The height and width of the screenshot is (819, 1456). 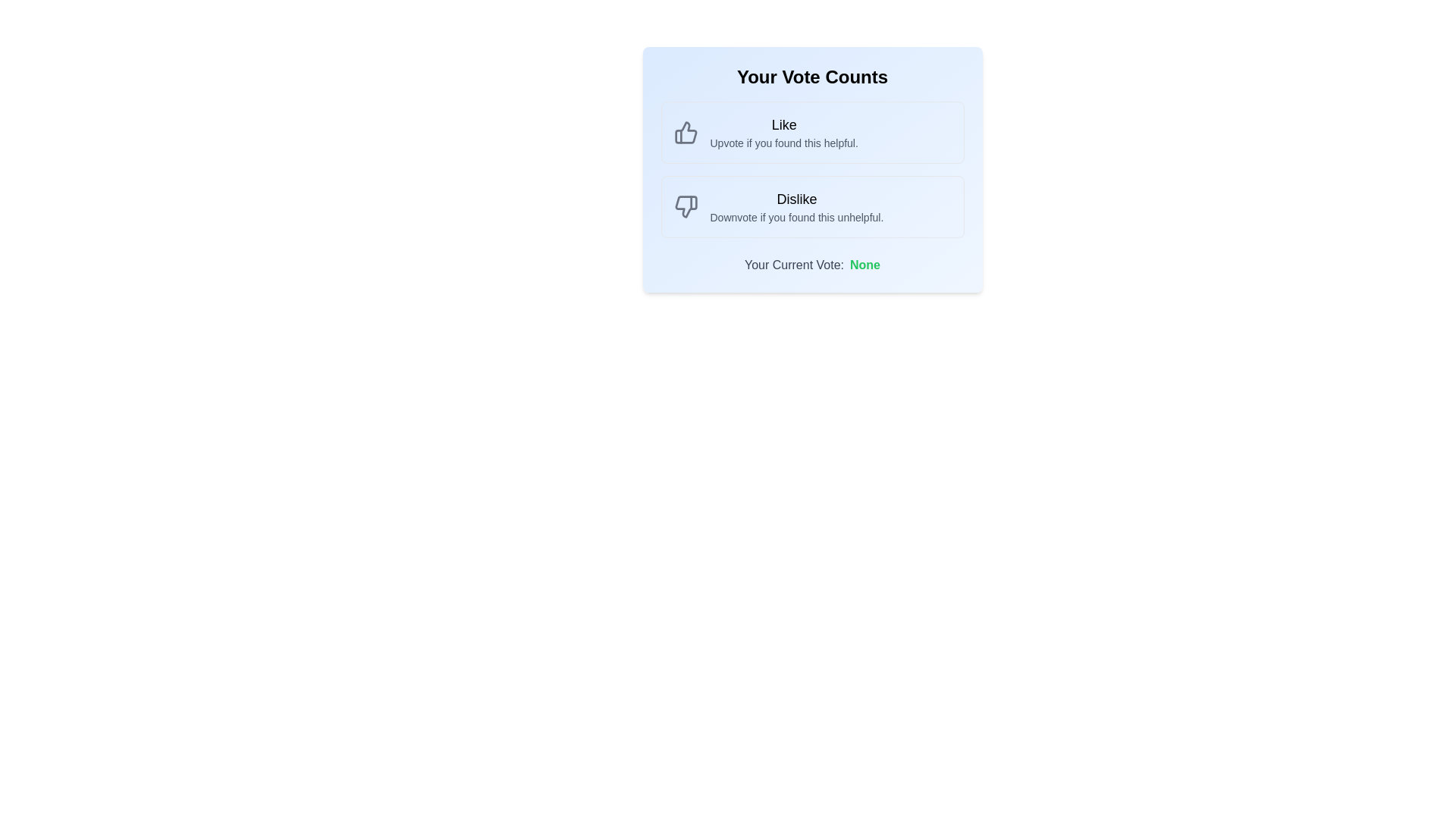 What do you see at coordinates (811, 131) in the screenshot?
I see `the thumbs-up icon in the Interactive feedback component to upvote` at bounding box center [811, 131].